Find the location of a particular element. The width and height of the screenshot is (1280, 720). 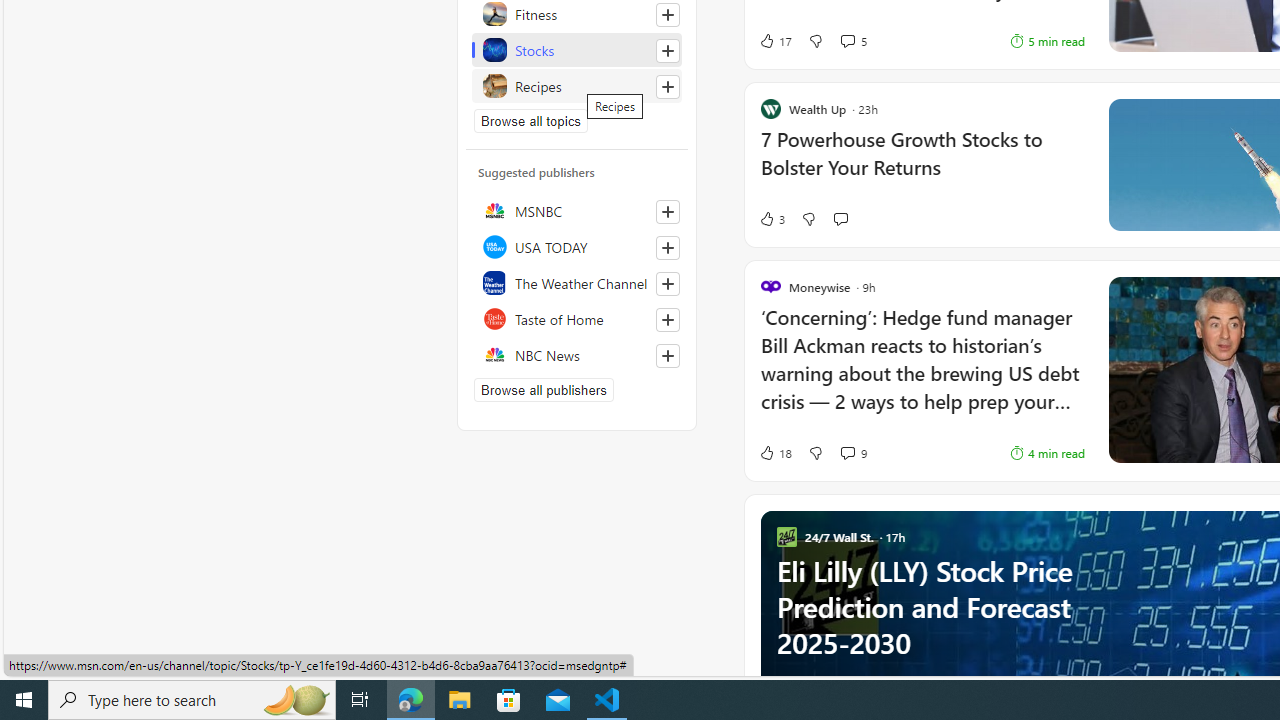

'Browse all topics' is located at coordinates (531, 120).